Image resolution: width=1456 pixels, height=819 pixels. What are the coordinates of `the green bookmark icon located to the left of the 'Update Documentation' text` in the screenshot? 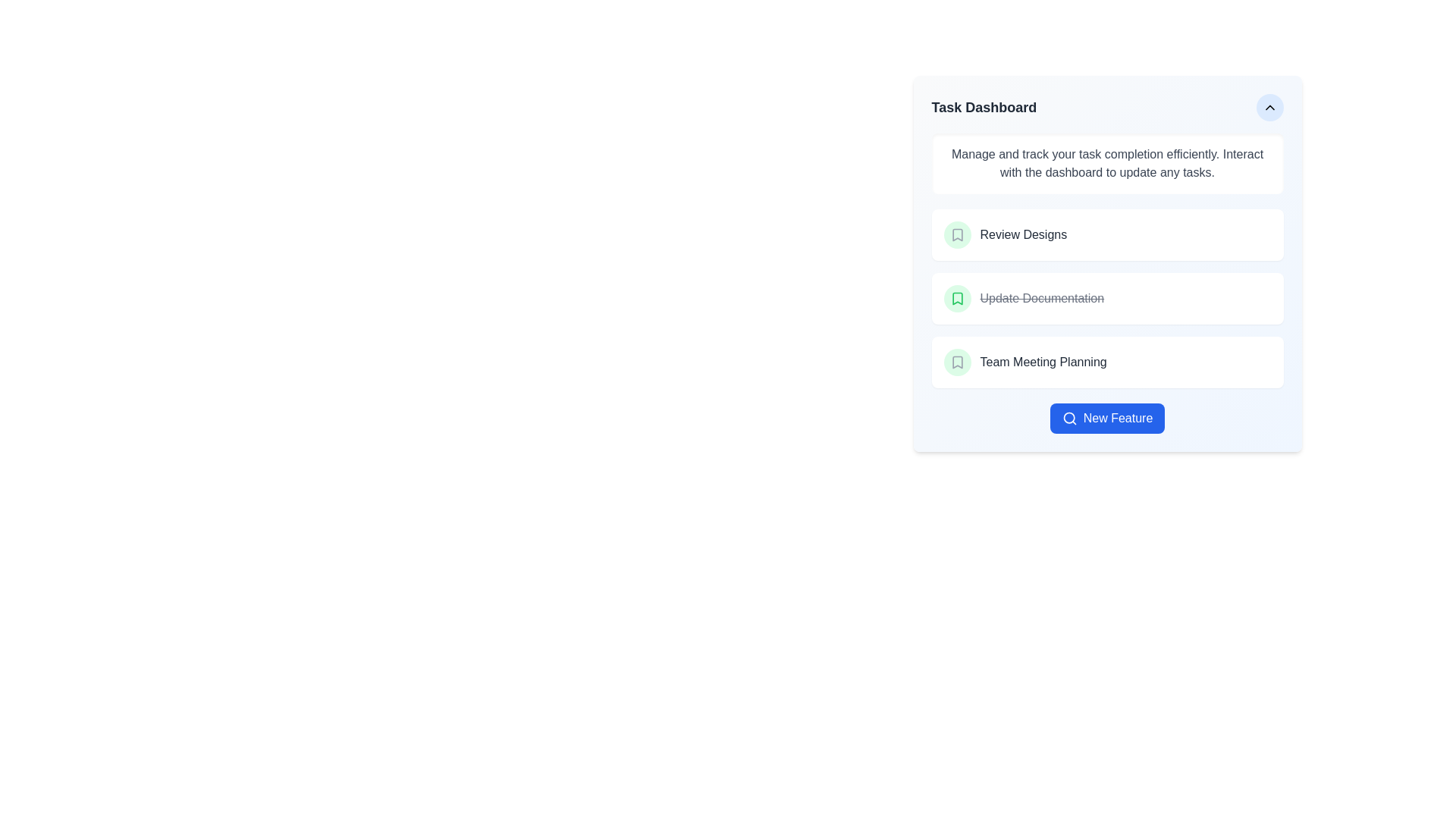 It's located at (956, 298).